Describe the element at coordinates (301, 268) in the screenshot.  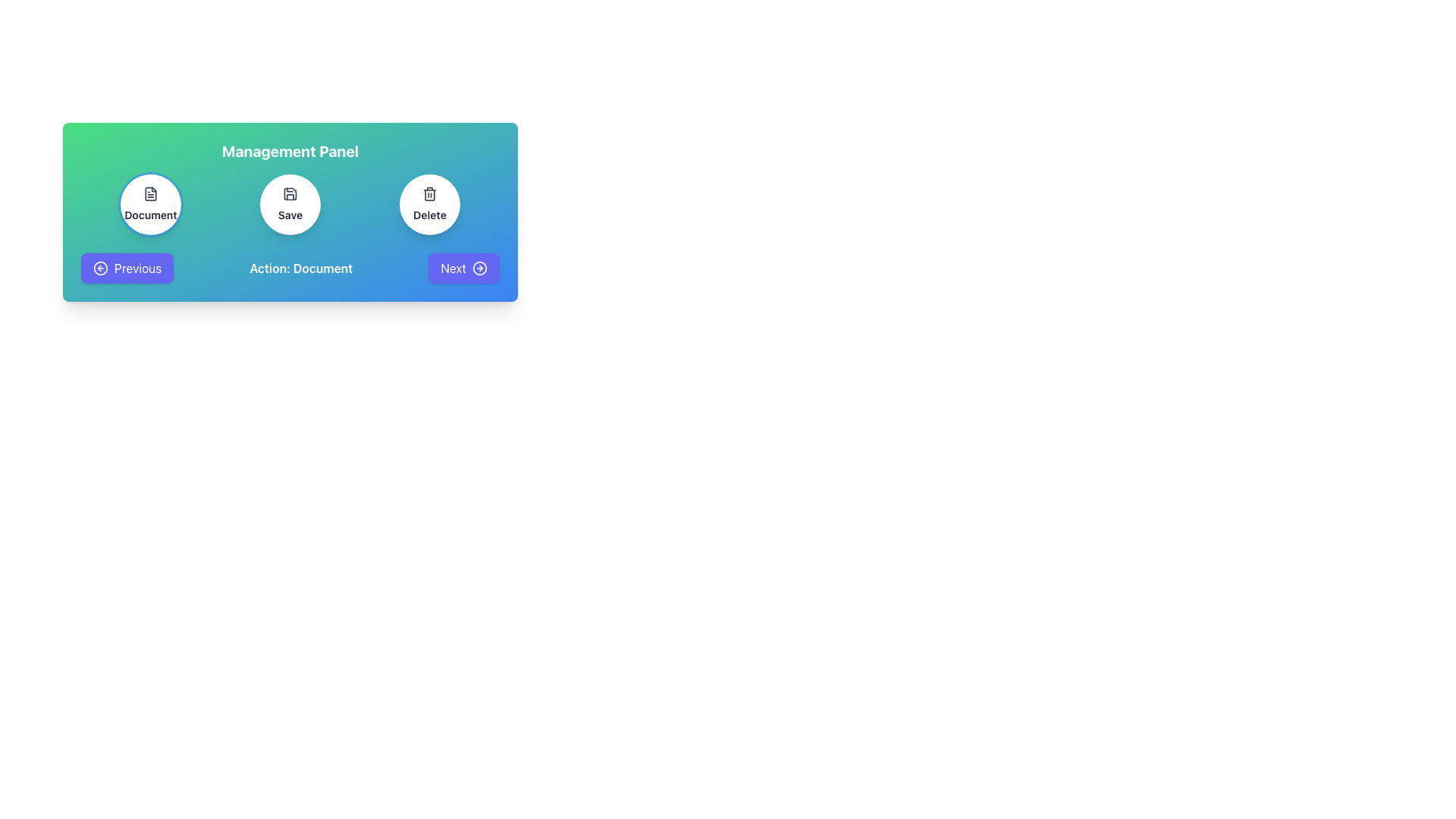
I see `the text label displaying 'Action: Document', which is centrally positioned between the 'Previous' and 'Next' buttons` at that location.